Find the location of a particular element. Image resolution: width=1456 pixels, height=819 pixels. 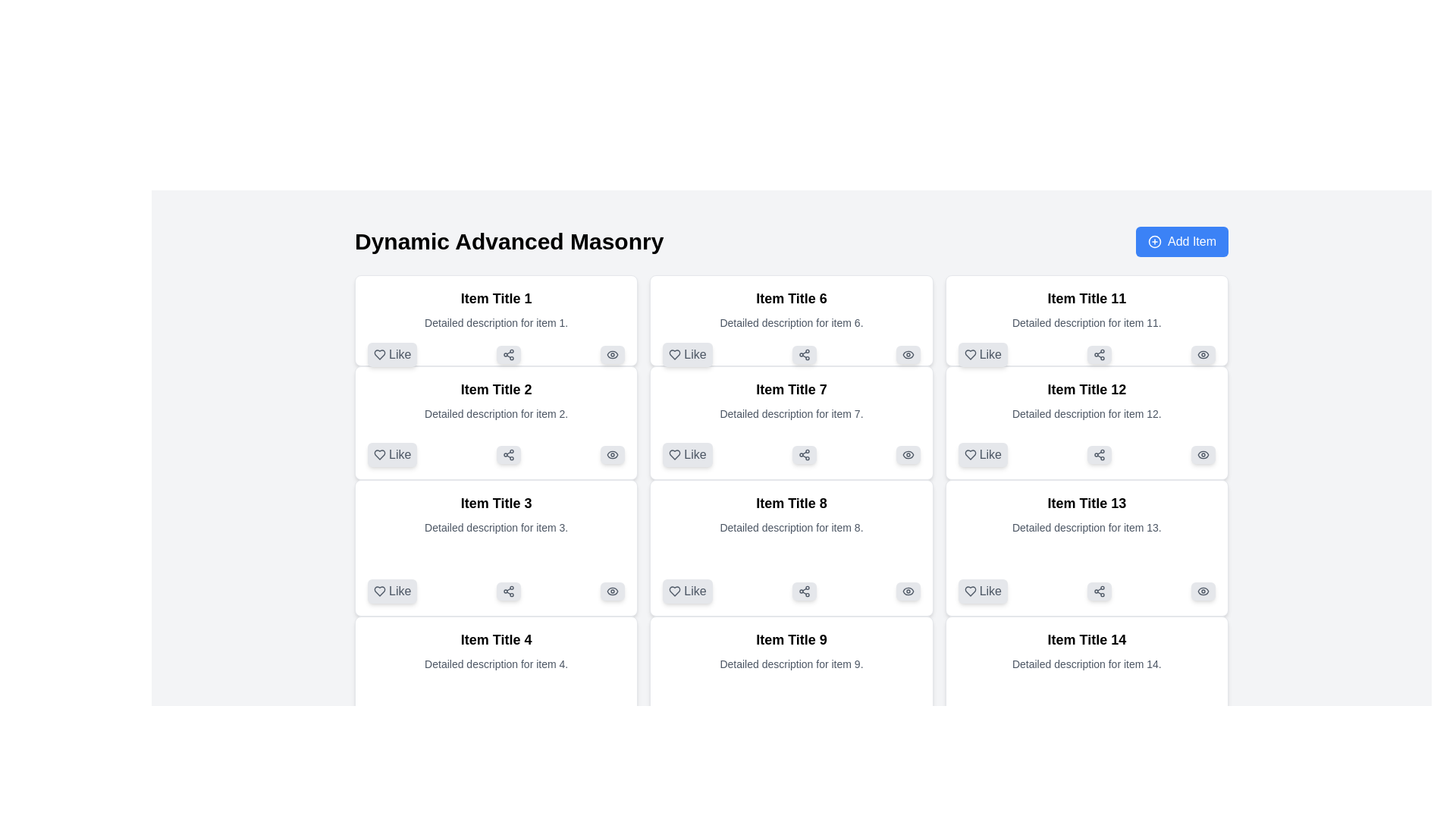

the 'Like' button, which is a gray button with a heart icon located in the bottom-left corner of 'Item Title 8' is located at coordinates (687, 590).